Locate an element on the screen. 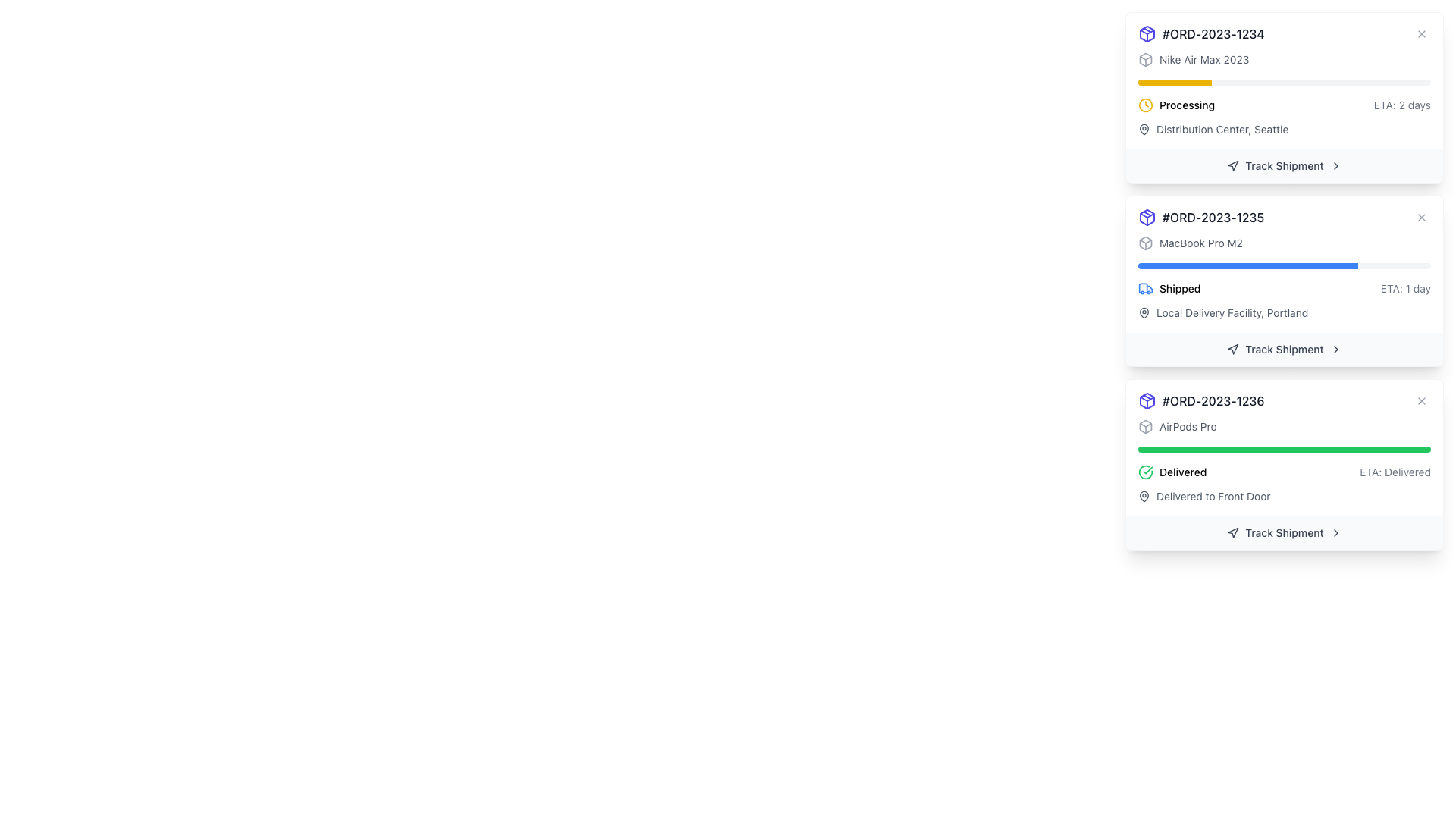 This screenshot has width=1456, height=819. the 'Processing' label with a yellow clock icon located at the top left corner of the shipment status card to understand the status is located at coordinates (1175, 104).